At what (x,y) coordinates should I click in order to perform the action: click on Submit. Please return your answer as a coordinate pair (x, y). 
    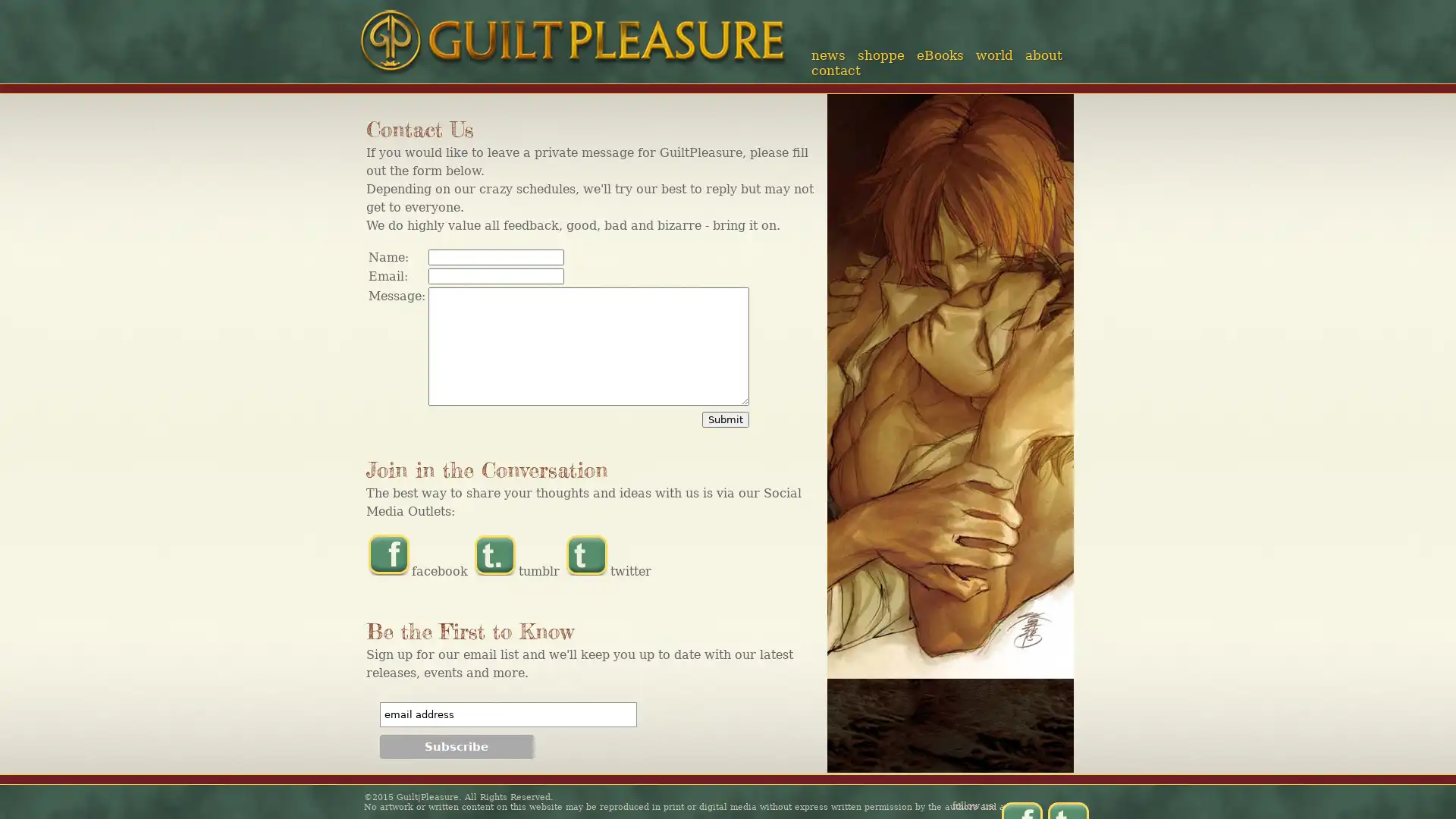
    Looking at the image, I should click on (723, 419).